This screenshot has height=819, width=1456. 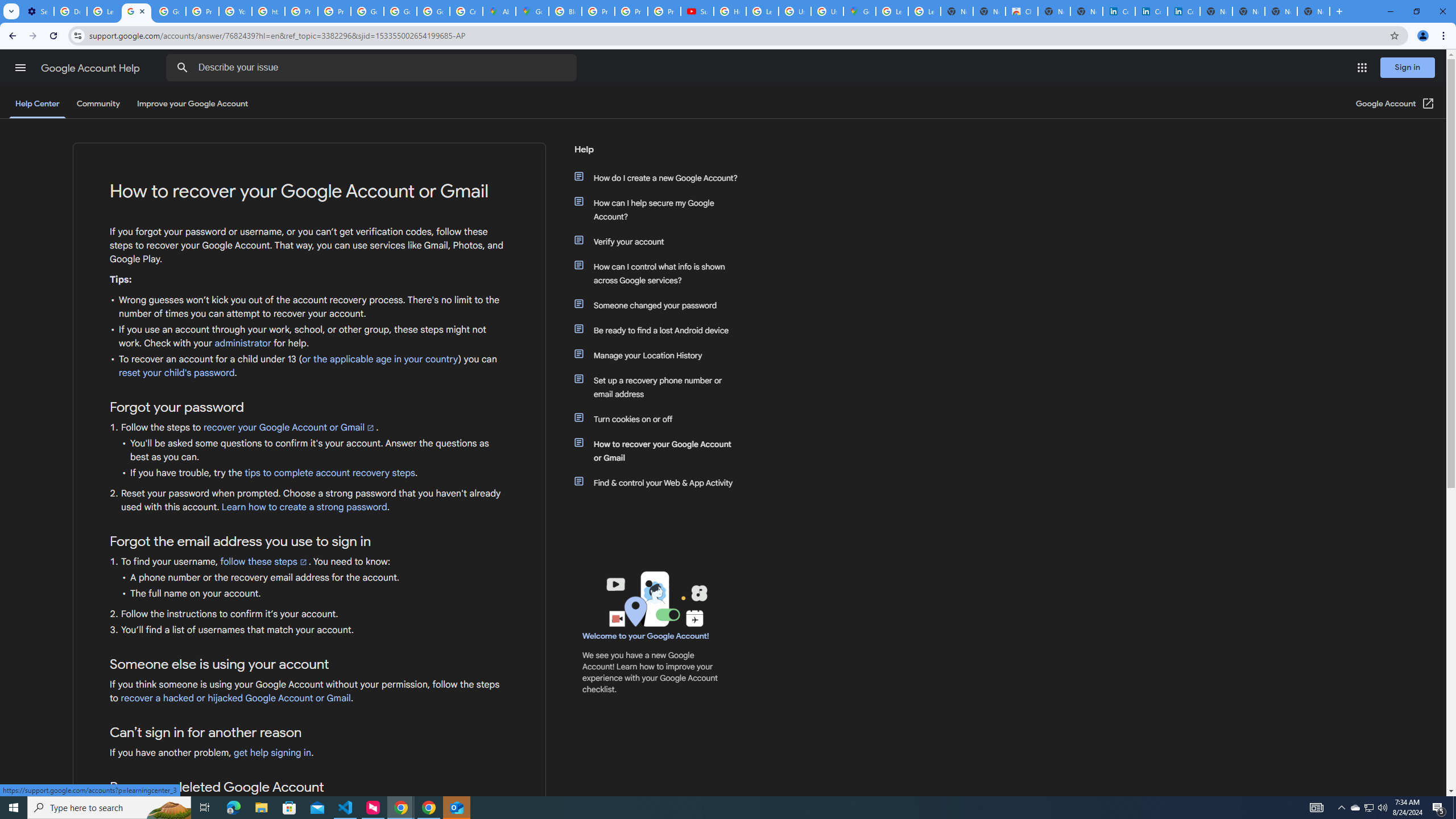 I want to click on 'tips to complete account recovery steps', so click(x=330, y=473).